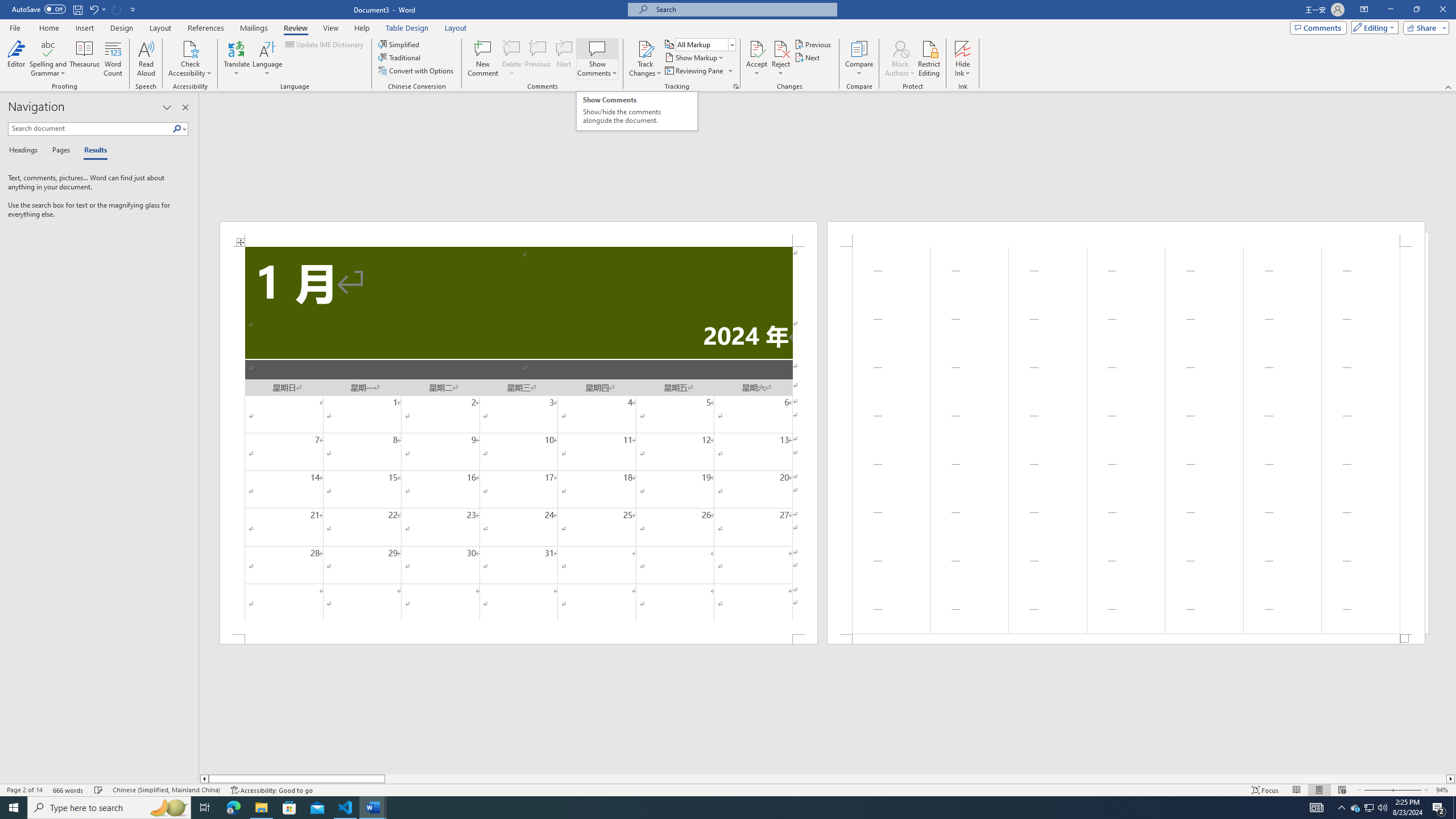  I want to click on 'Language', so click(267, 59).